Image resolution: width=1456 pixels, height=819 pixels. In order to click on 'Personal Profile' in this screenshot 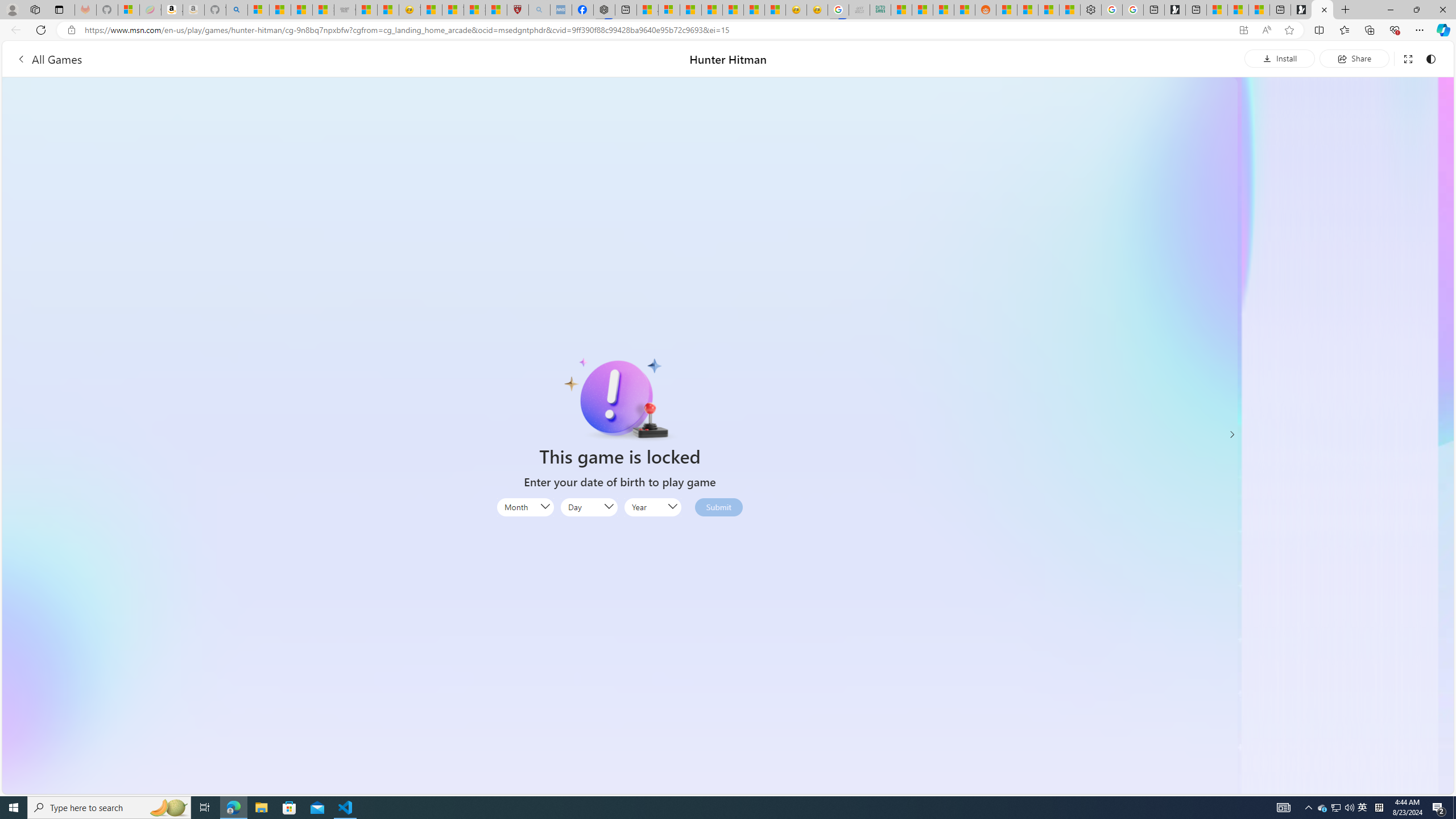, I will do `click(11, 9)`.